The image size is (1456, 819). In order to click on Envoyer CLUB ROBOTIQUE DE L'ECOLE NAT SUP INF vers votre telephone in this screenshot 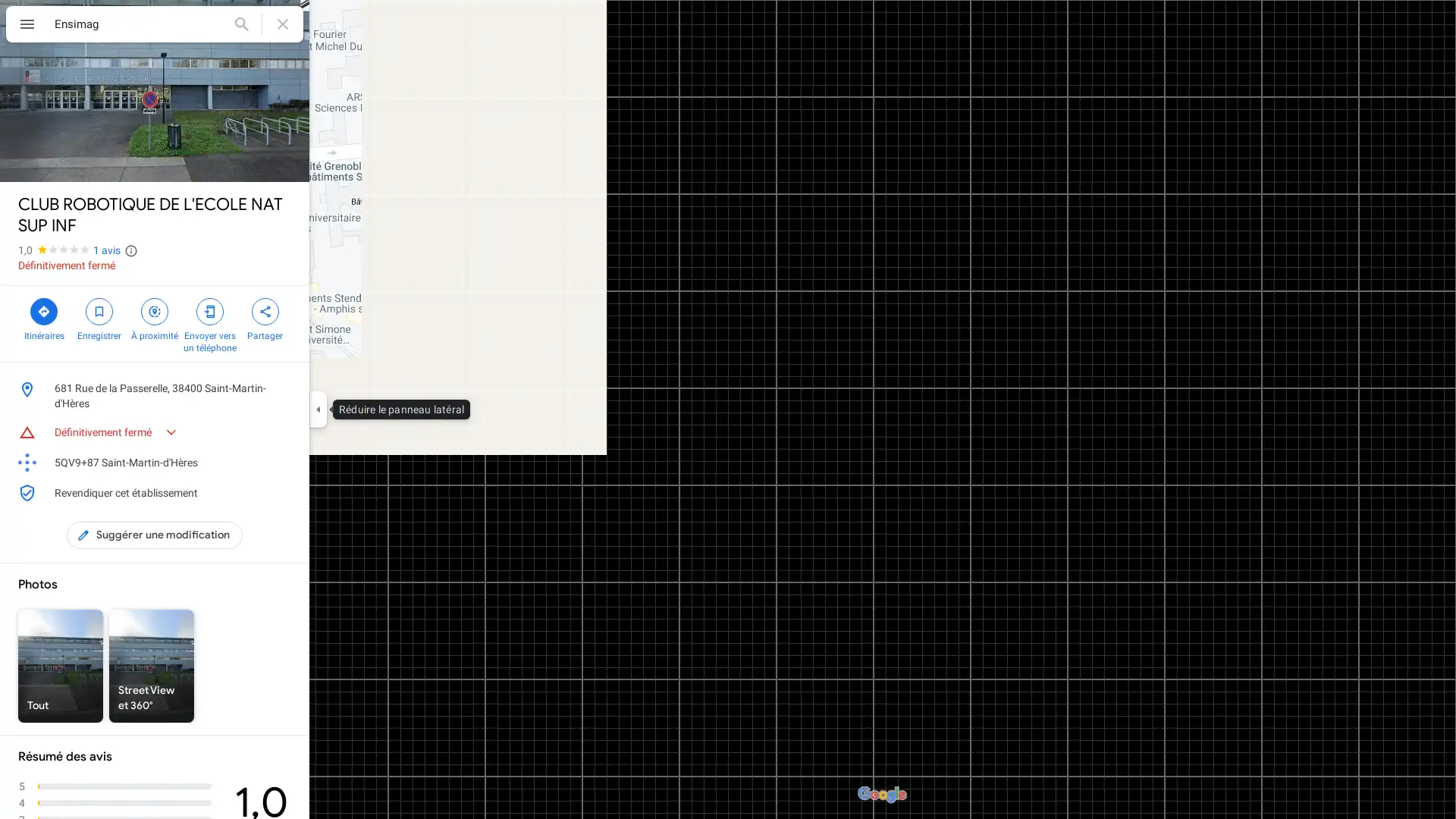, I will do `click(209, 323)`.